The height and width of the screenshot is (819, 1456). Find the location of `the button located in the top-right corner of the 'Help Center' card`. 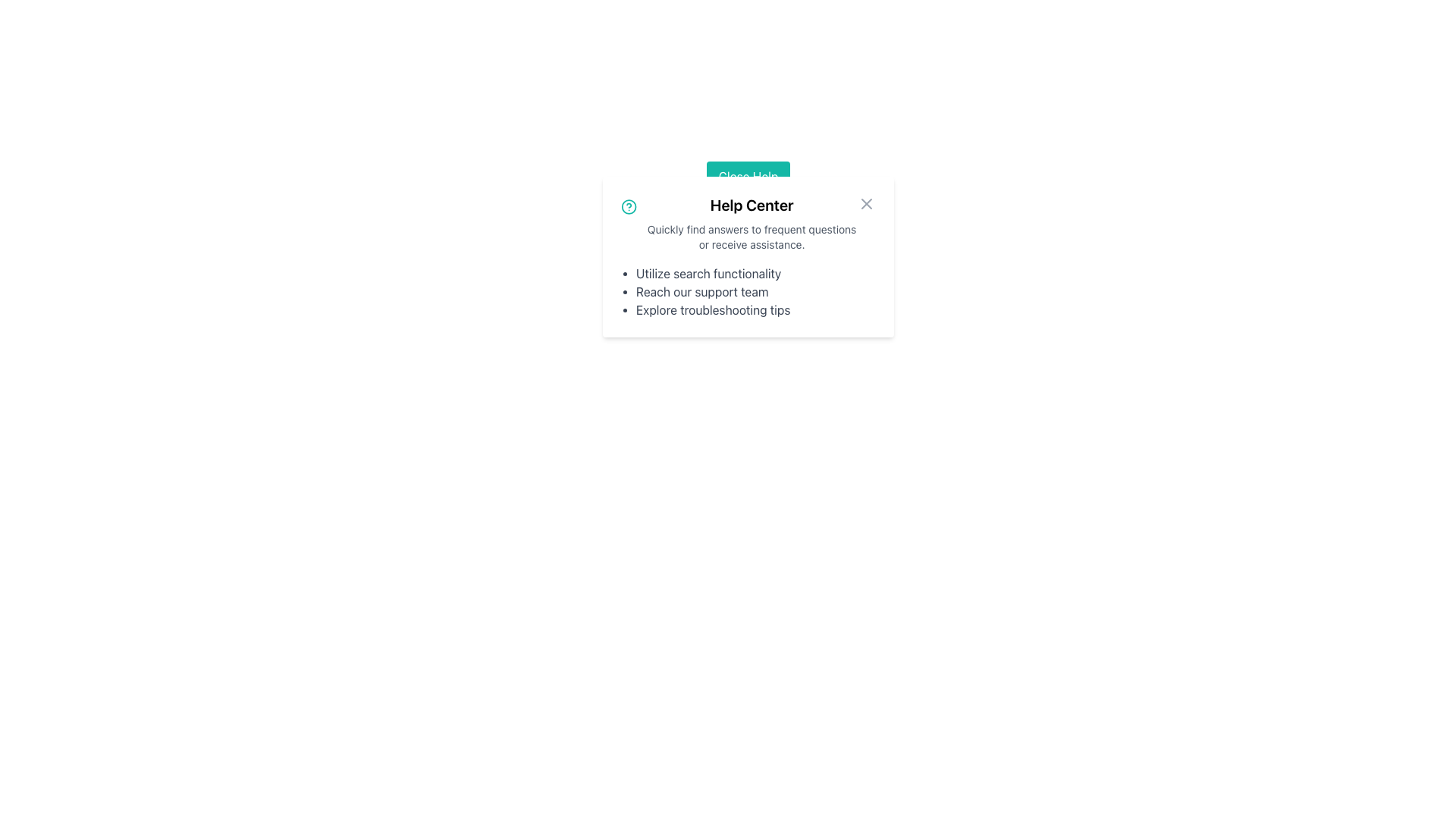

the button located in the top-right corner of the 'Help Center' card is located at coordinates (866, 203).